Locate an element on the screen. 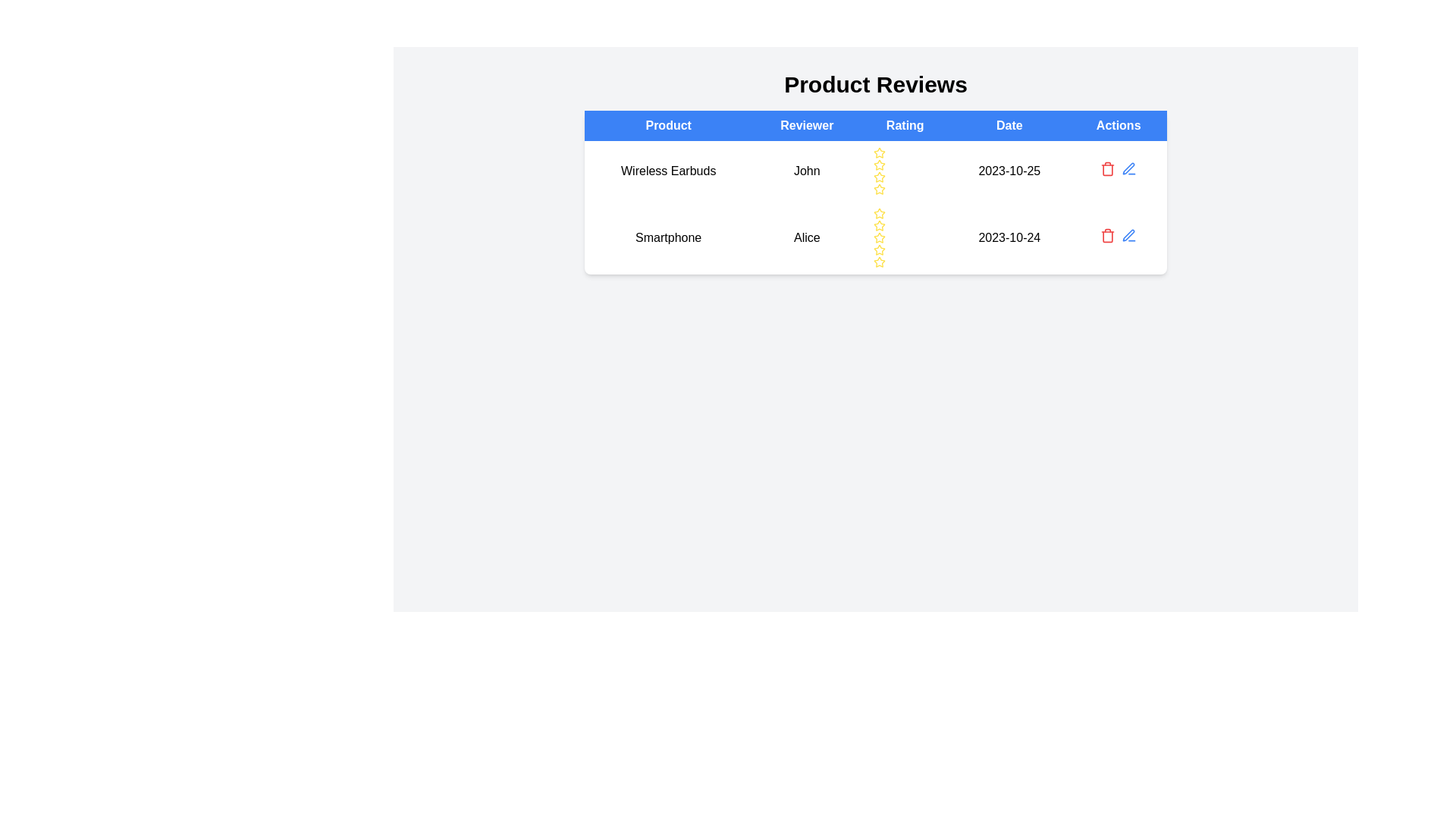 This screenshot has width=1456, height=819. the fourth rating star icon in the 'Rating' column under the 'Smartphone' product entry to trigger the tooltip is located at coordinates (880, 249).